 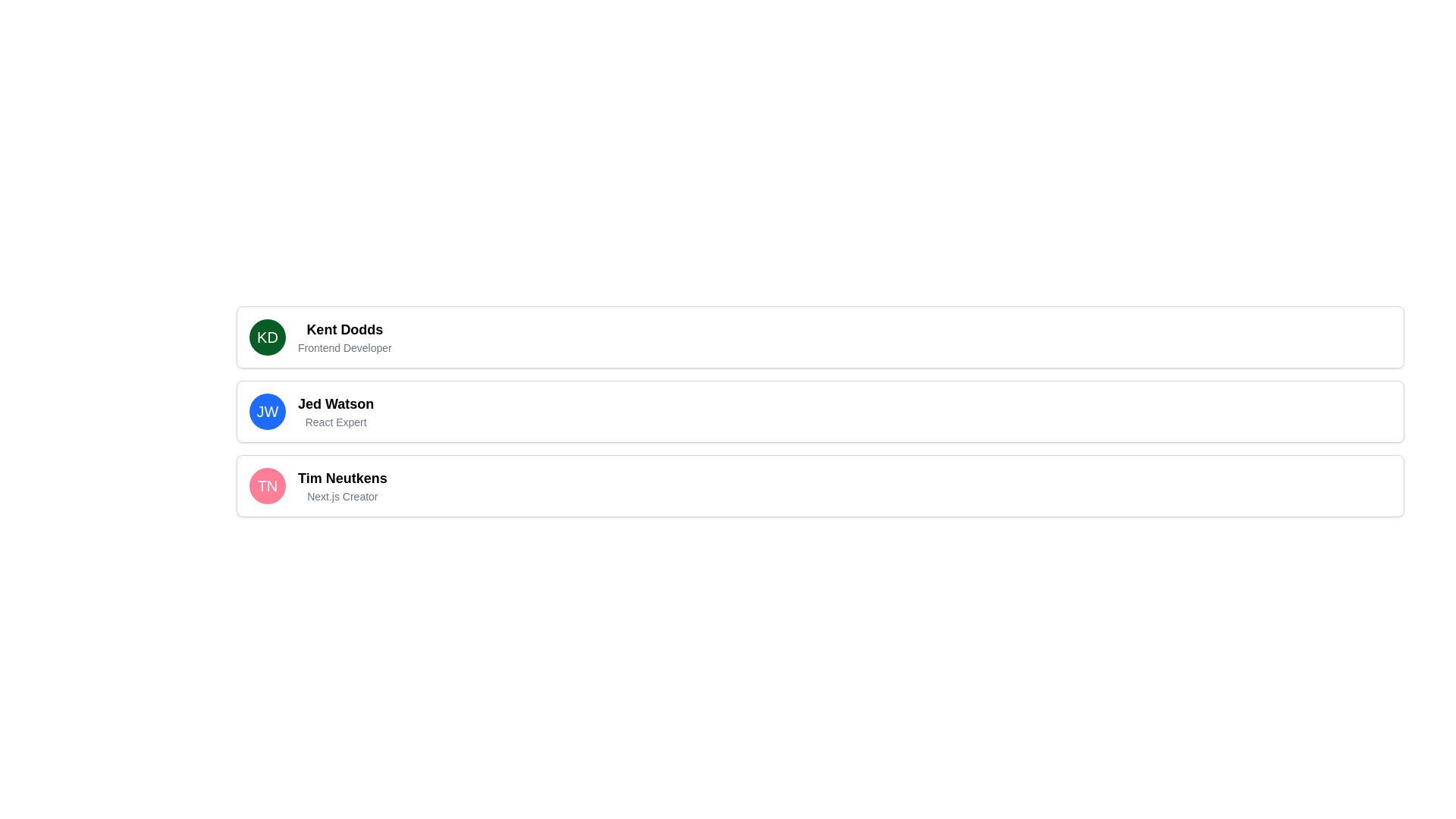 What do you see at coordinates (819, 412) in the screenshot?
I see `the List Item Display Component featuring the profile placeholder with initials 'JW' and the name 'Jed Watson'` at bounding box center [819, 412].